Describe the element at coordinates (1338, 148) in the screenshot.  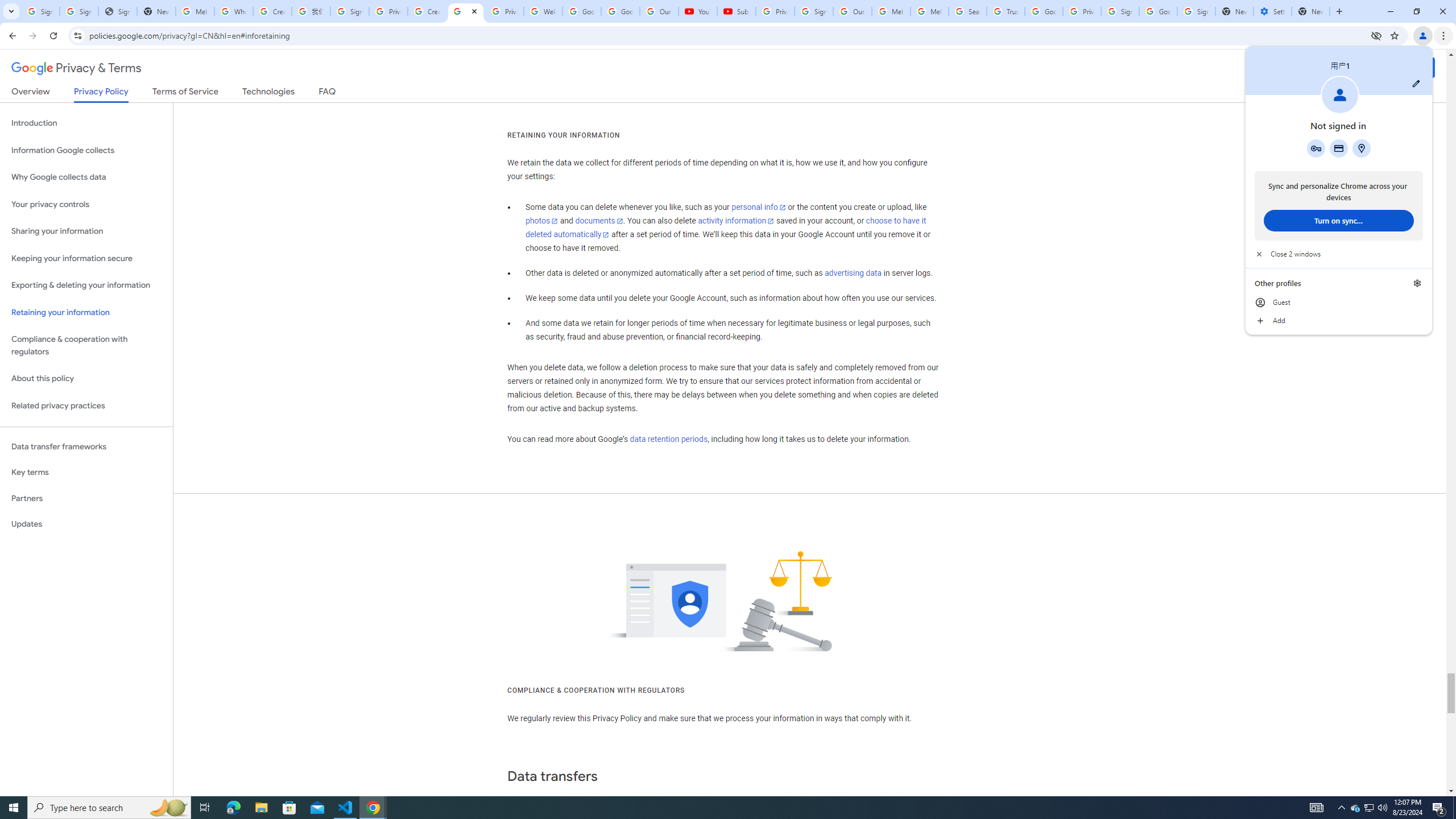
I see `'Payment methods'` at that location.